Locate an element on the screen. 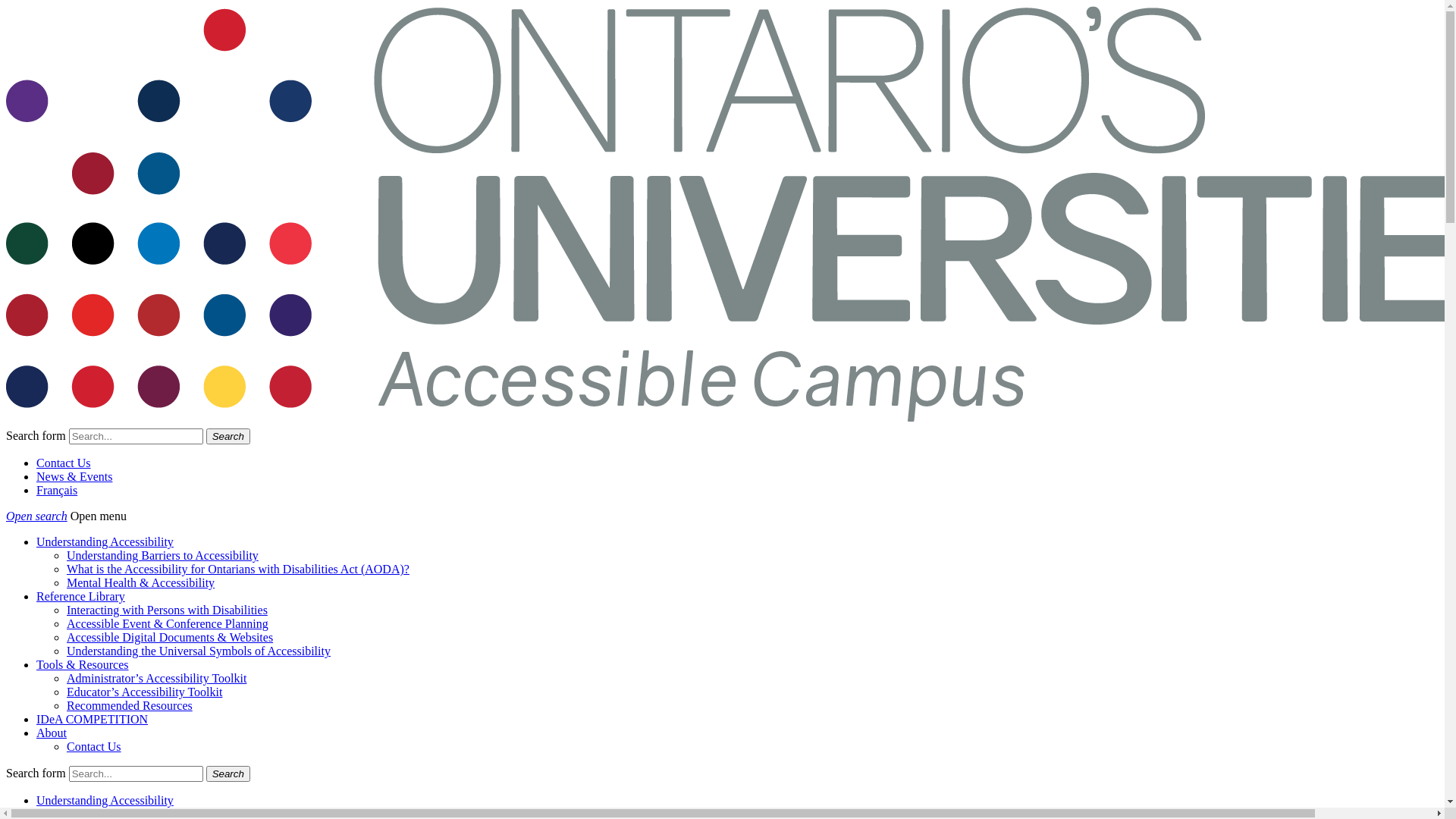 This screenshot has width=1456, height=819. 'Understanding Accessibility' is located at coordinates (104, 799).